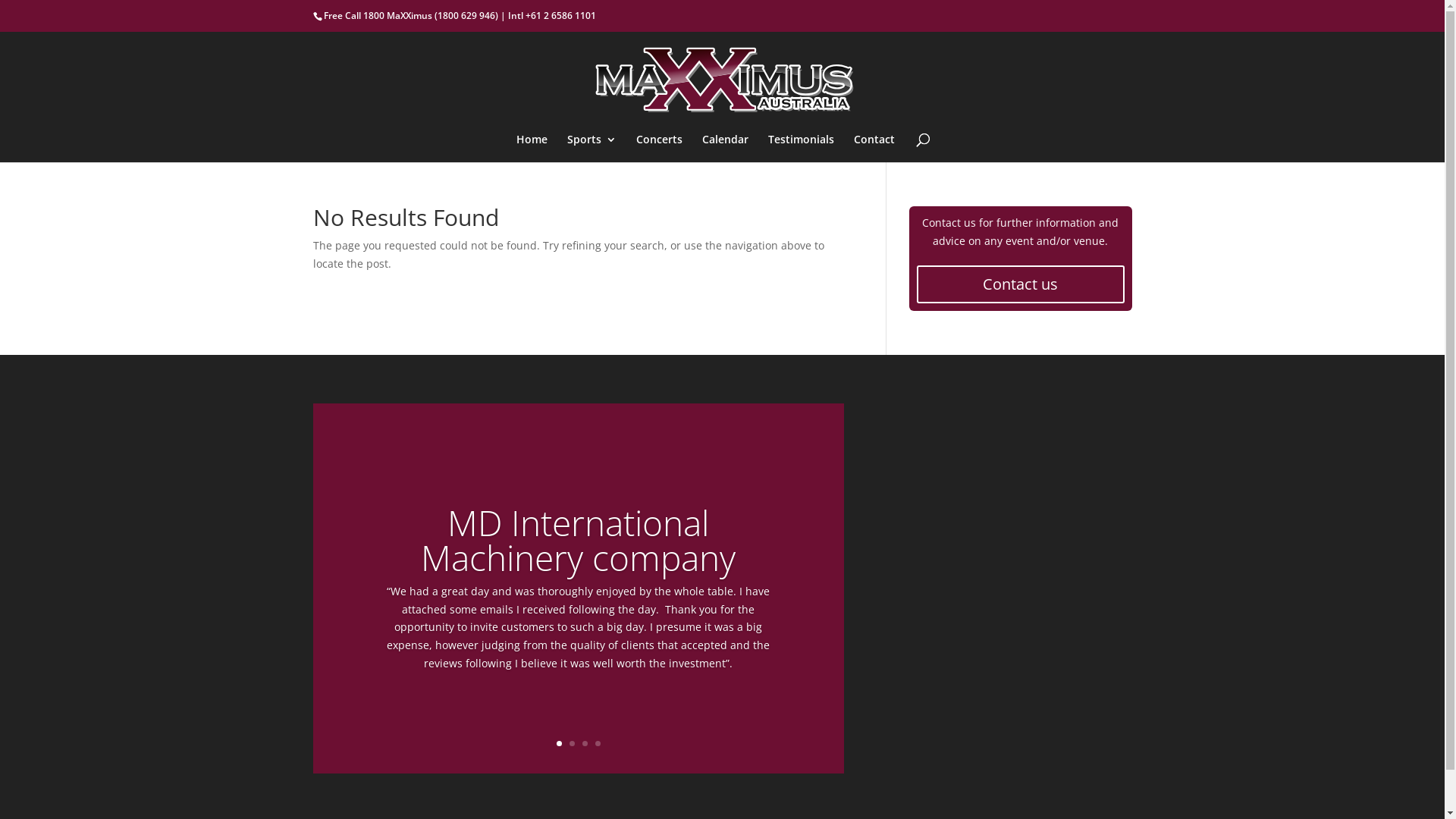 This screenshot has width=1456, height=819. I want to click on 'Testimonials', so click(800, 148).